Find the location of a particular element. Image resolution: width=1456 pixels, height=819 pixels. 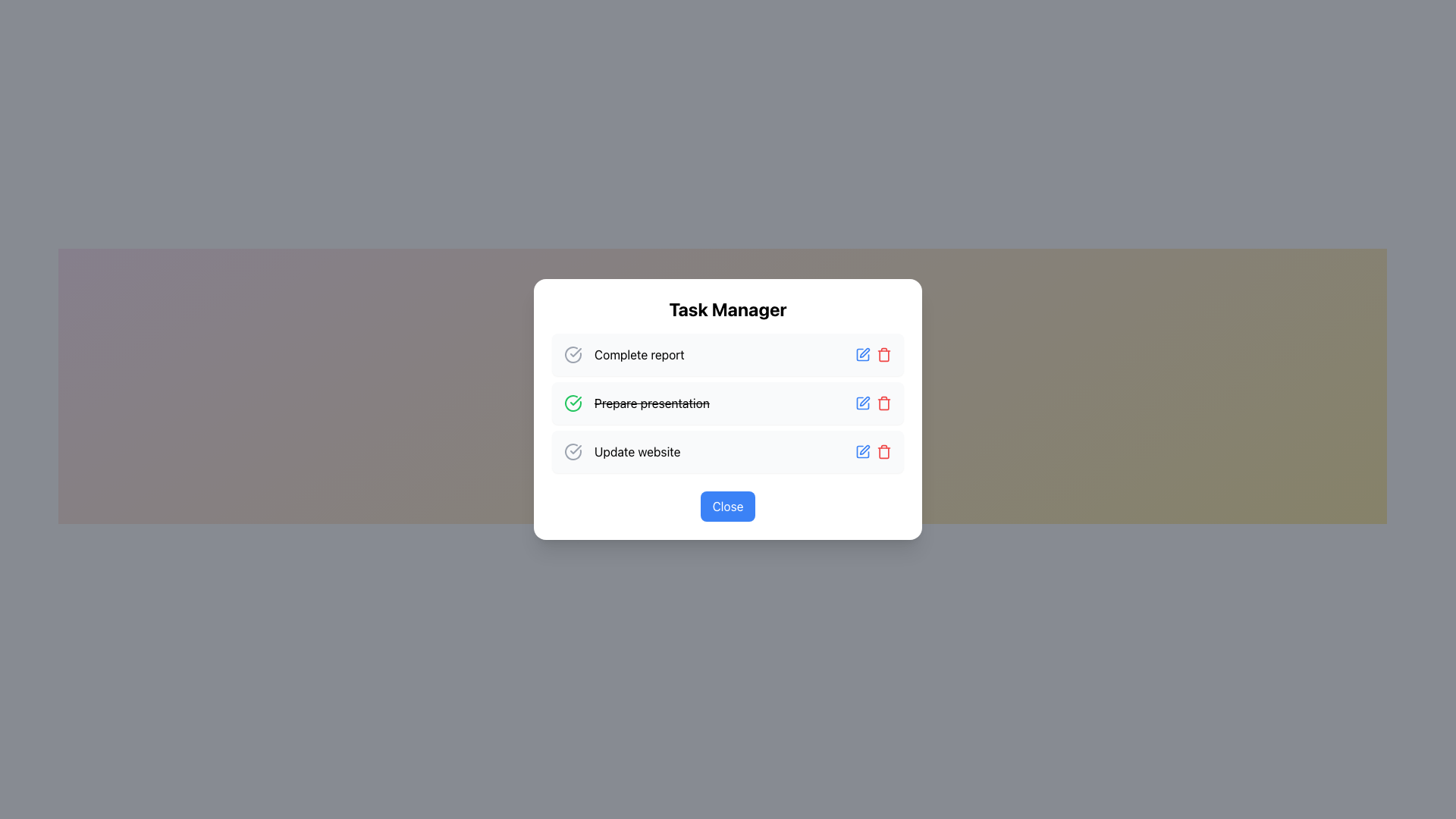

the 'Update website' text label with icon, which features a circled checkmark and is located in the third row under the 'Task Manager' heading in the modal is located at coordinates (622, 451).